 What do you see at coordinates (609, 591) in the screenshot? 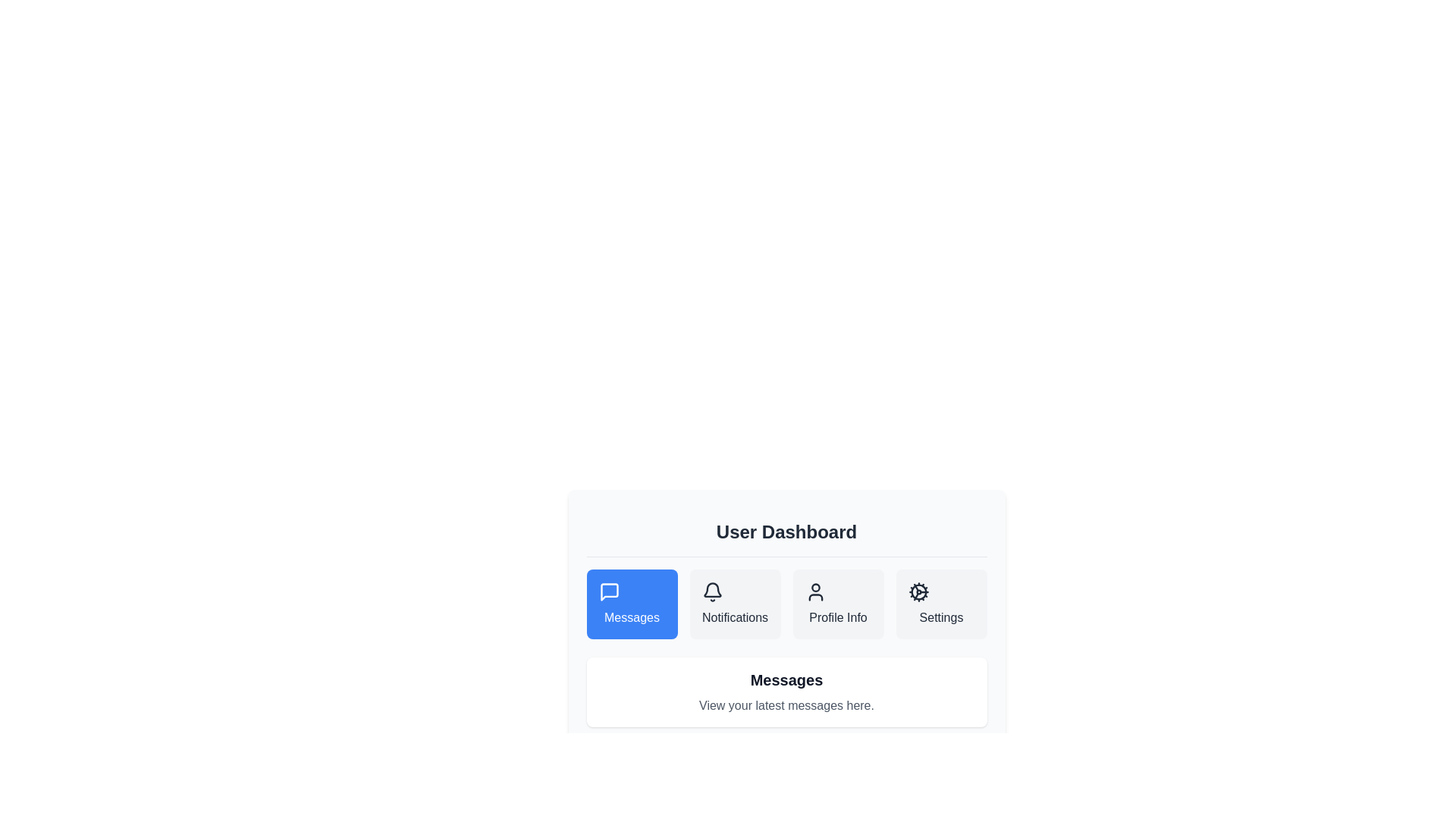
I see `the Messages icon to inspect it` at bounding box center [609, 591].